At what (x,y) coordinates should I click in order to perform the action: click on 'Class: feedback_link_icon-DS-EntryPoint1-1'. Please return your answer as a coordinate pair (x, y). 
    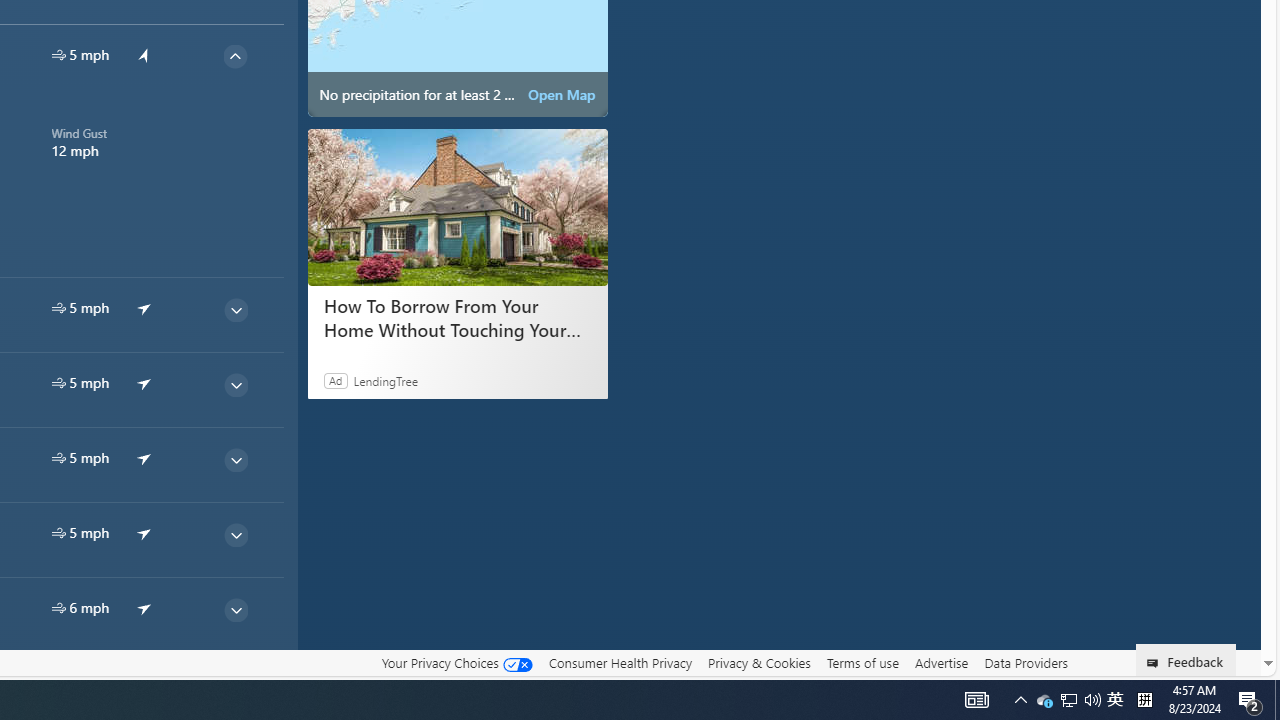
    Looking at the image, I should click on (1156, 663).